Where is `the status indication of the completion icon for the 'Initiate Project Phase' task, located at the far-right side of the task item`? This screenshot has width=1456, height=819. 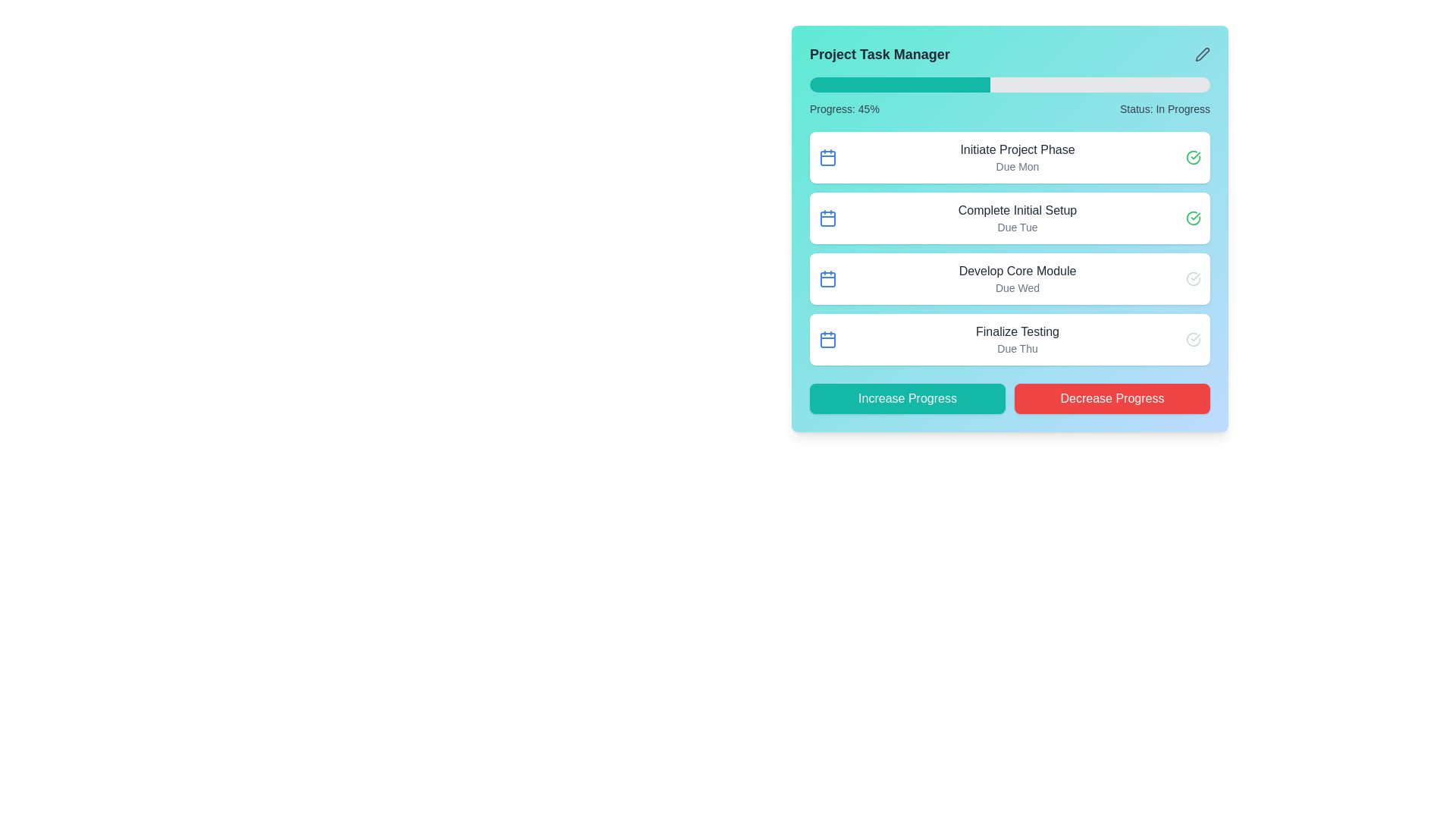
the status indication of the completion icon for the 'Initiate Project Phase' task, located at the far-right side of the task item is located at coordinates (1193, 158).